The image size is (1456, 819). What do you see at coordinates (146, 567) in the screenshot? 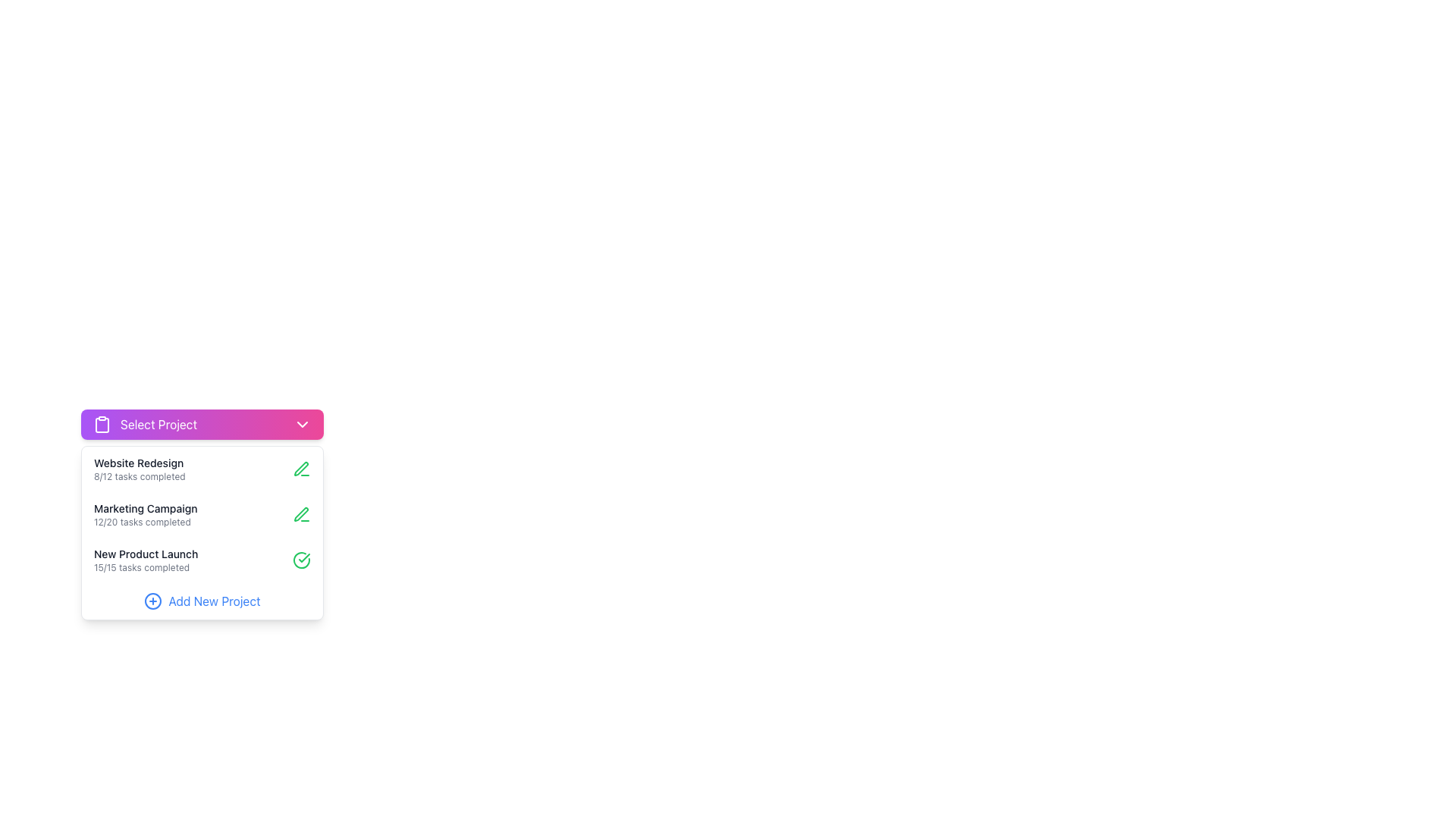
I see `the completion status label that indicates all 15 tasks are completed, positioned below the 'New Product Launch' label in the dropdown menu` at bounding box center [146, 567].